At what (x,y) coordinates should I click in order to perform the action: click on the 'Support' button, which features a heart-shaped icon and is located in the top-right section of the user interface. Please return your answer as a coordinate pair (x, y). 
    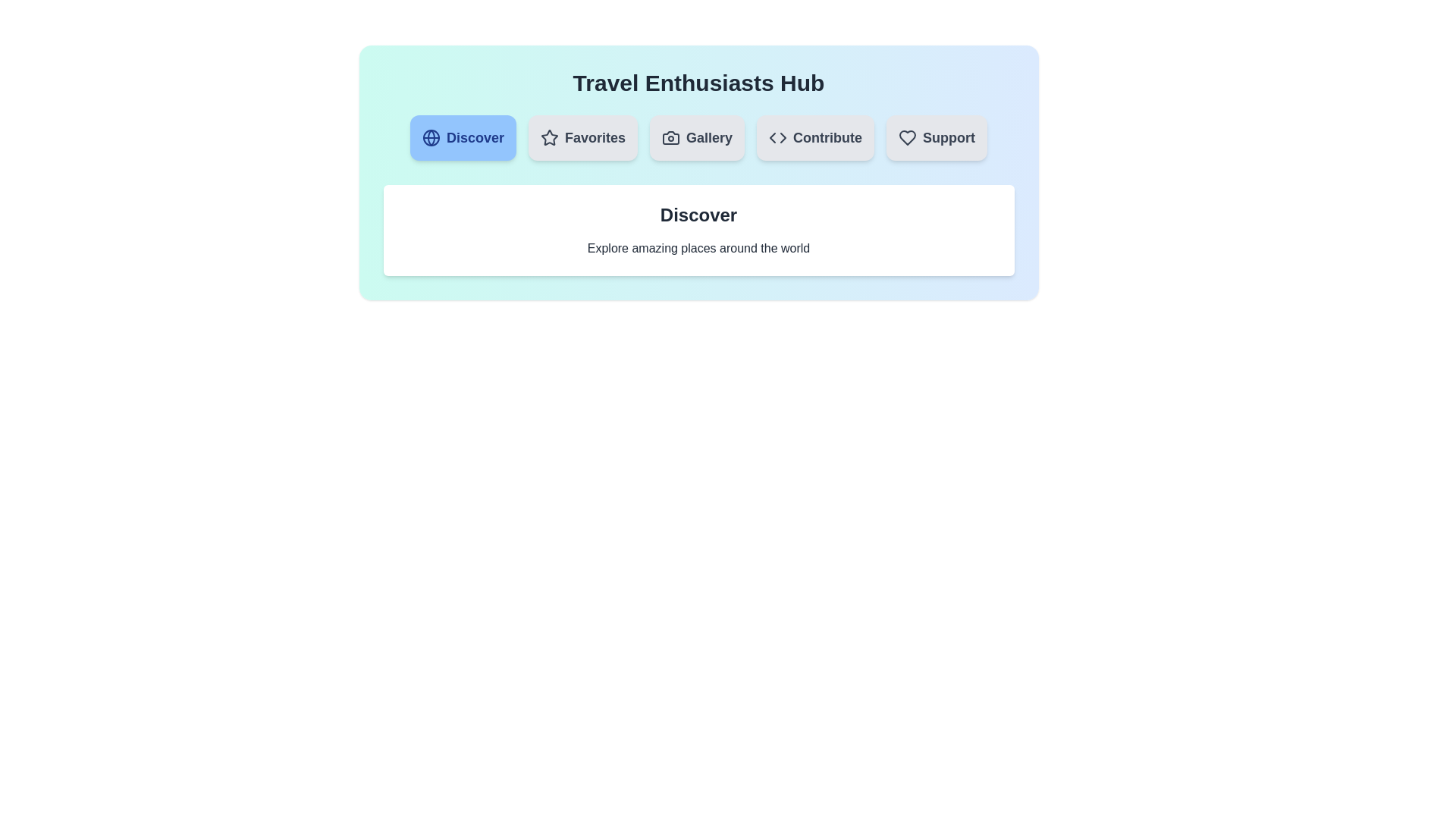
    Looking at the image, I should click on (936, 137).